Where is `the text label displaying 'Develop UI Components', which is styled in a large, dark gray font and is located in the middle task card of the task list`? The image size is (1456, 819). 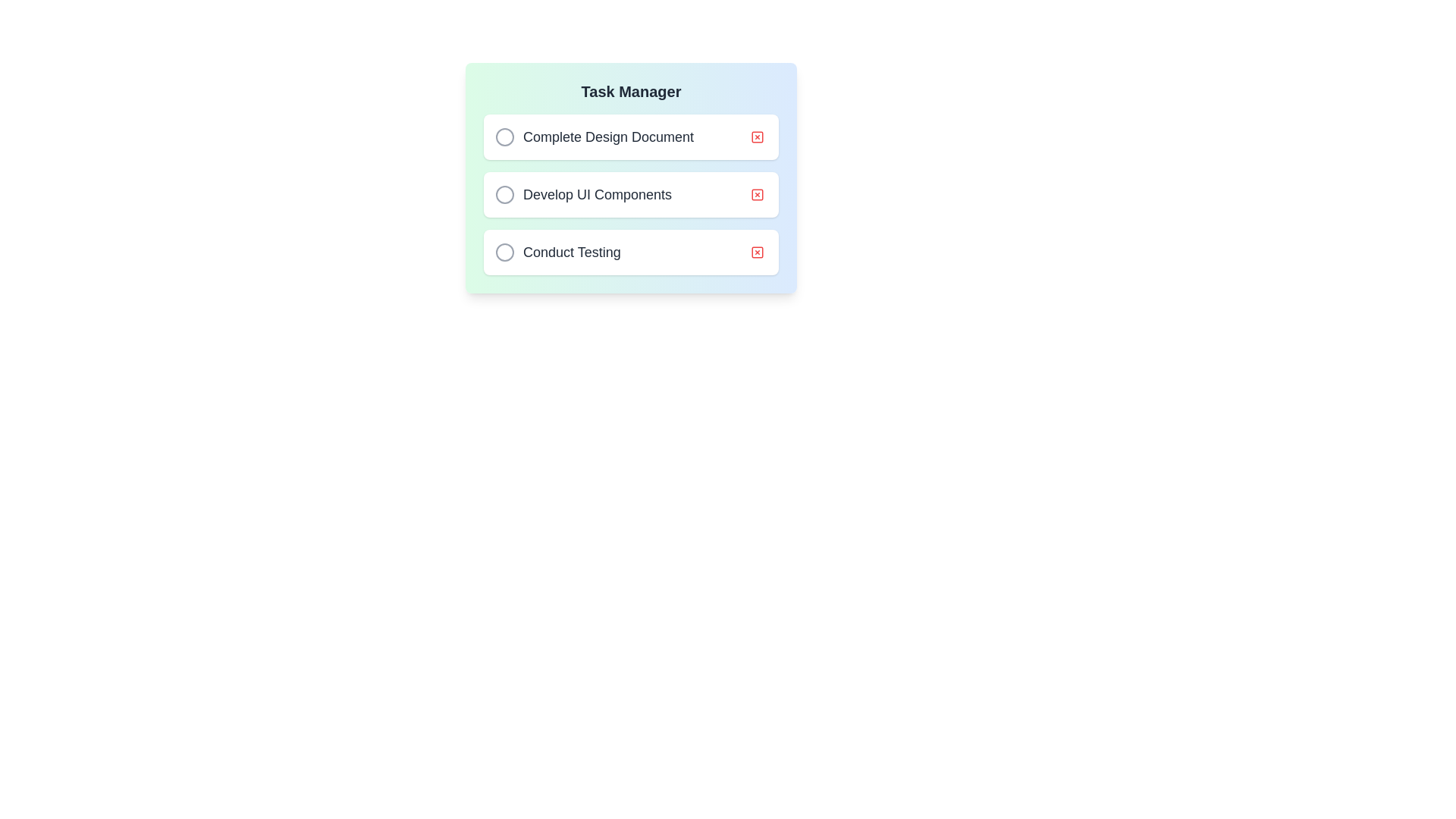 the text label displaying 'Develop UI Components', which is styled in a large, dark gray font and is located in the middle task card of the task list is located at coordinates (583, 194).